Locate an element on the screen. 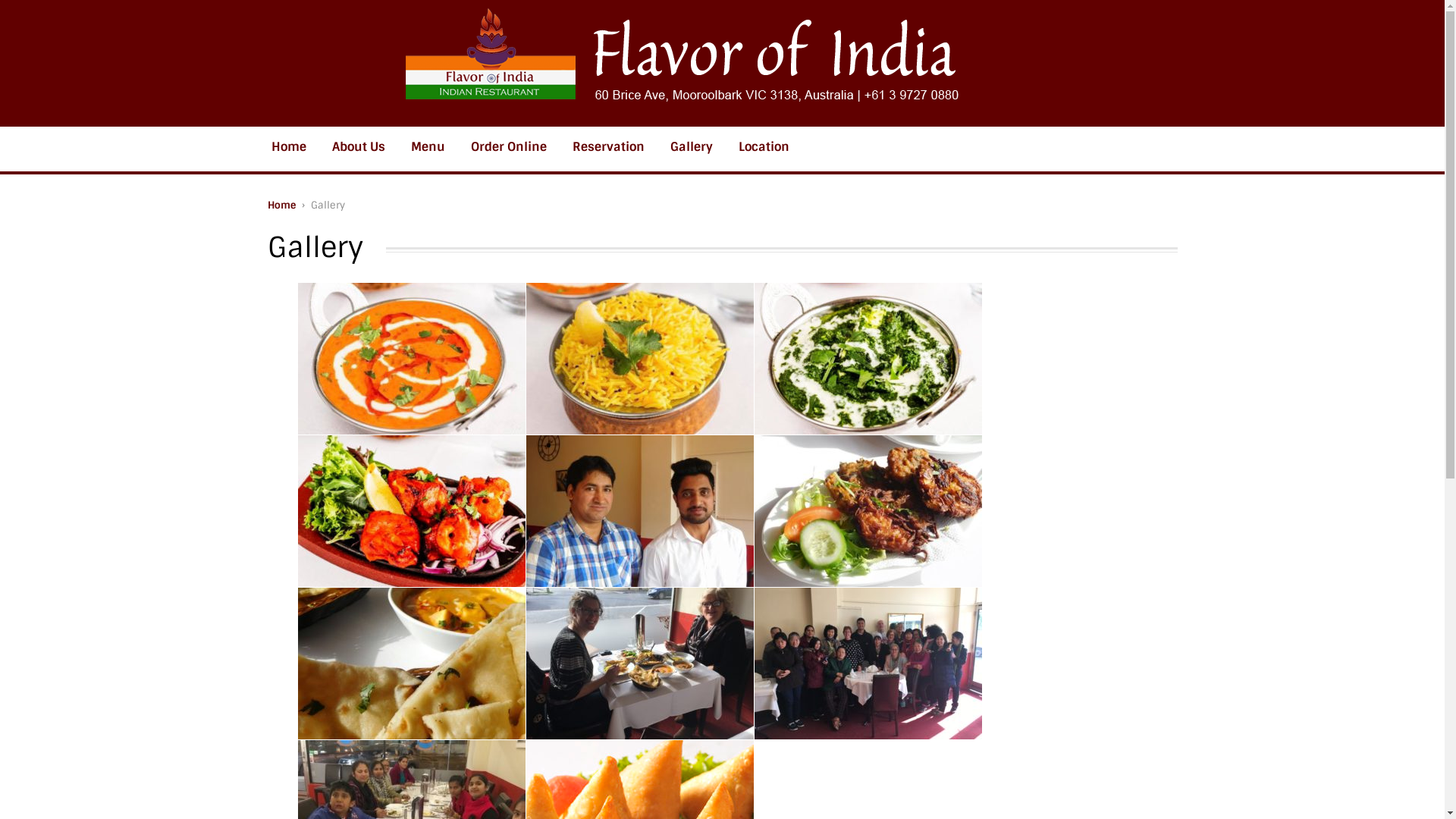 This screenshot has width=1456, height=819. 'Home' is located at coordinates (266, 205).